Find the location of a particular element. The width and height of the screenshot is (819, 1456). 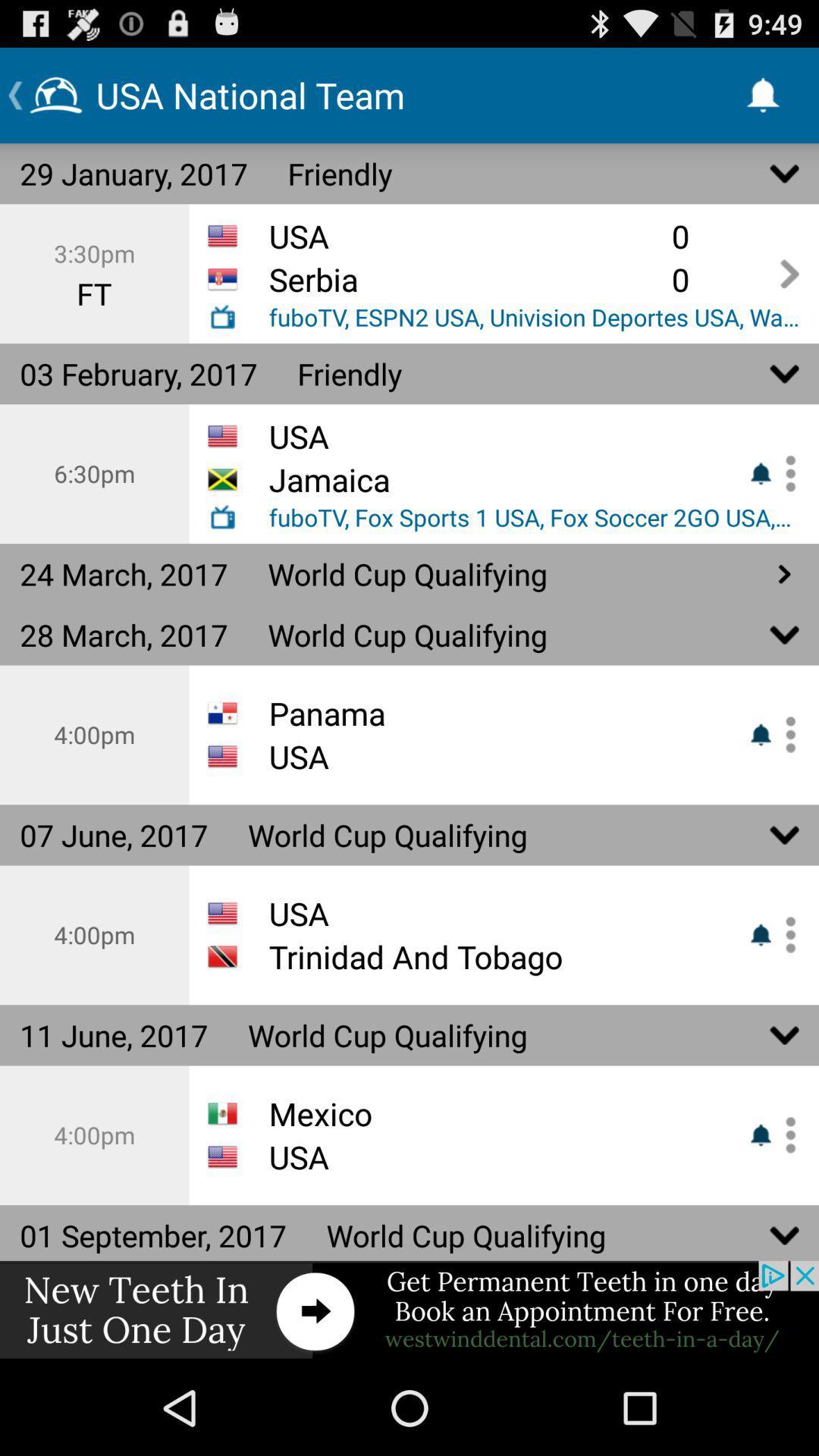

to view options is located at coordinates (785, 472).